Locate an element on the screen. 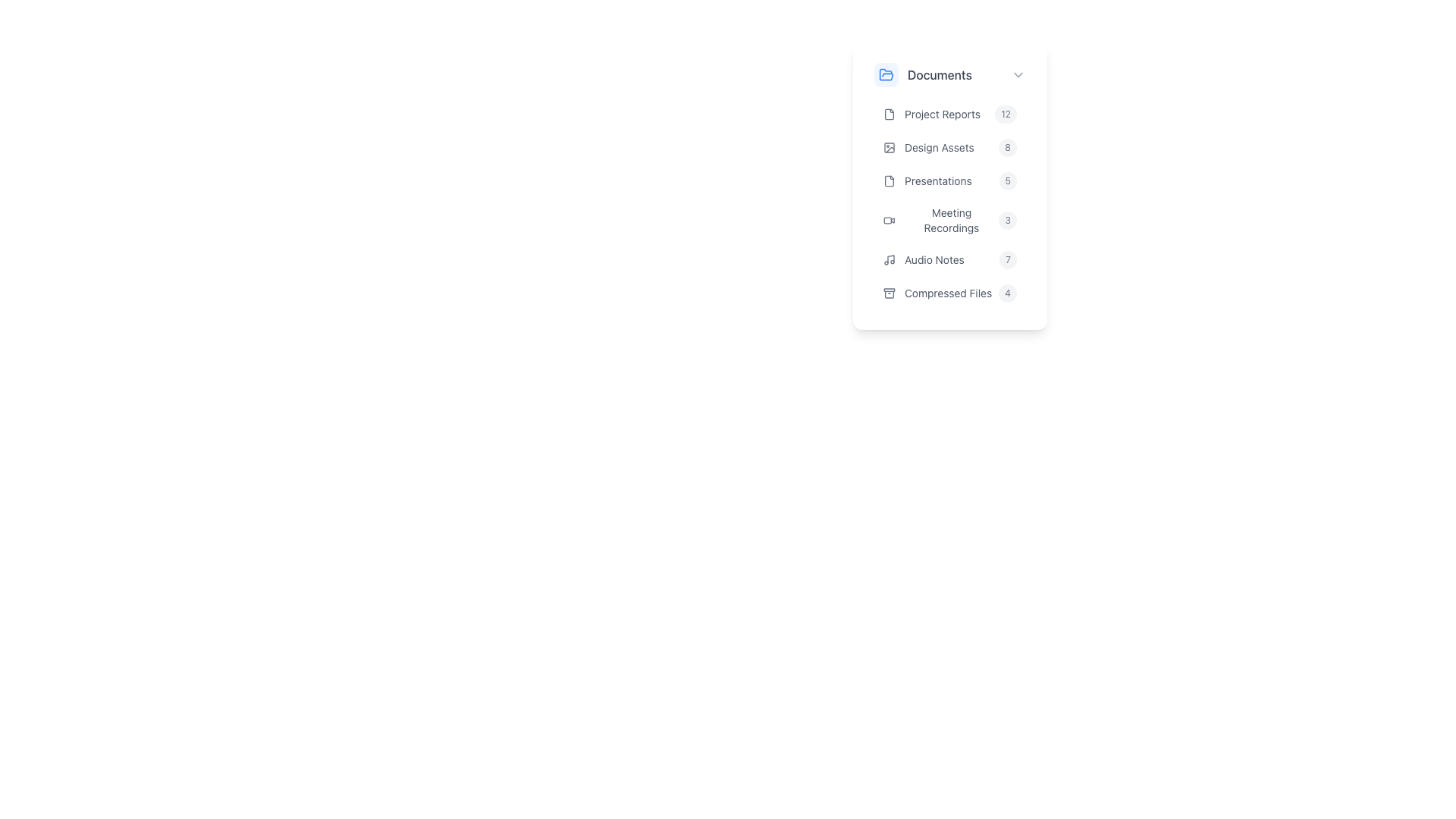  the video camera icon, which is located near the left side of the group containing 'Meeting Recordings' and the label '3'. The icon has a gray color and changes to blue on hover is located at coordinates (889, 220).